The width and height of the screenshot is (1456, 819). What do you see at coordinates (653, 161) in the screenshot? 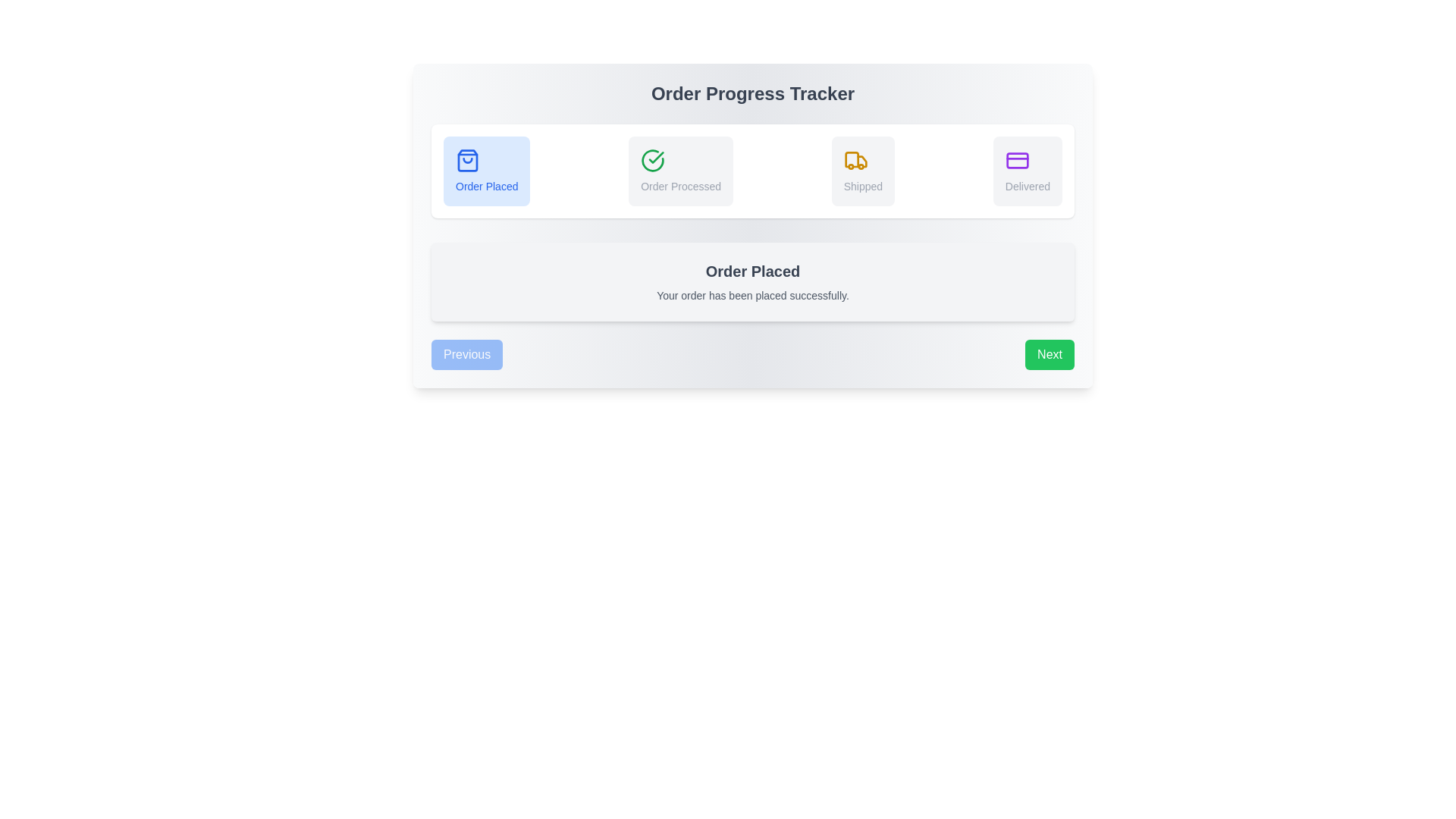
I see `the green circle icon with a checkmark inside, located above the text label 'Order Processed' in the second position among four sections` at bounding box center [653, 161].